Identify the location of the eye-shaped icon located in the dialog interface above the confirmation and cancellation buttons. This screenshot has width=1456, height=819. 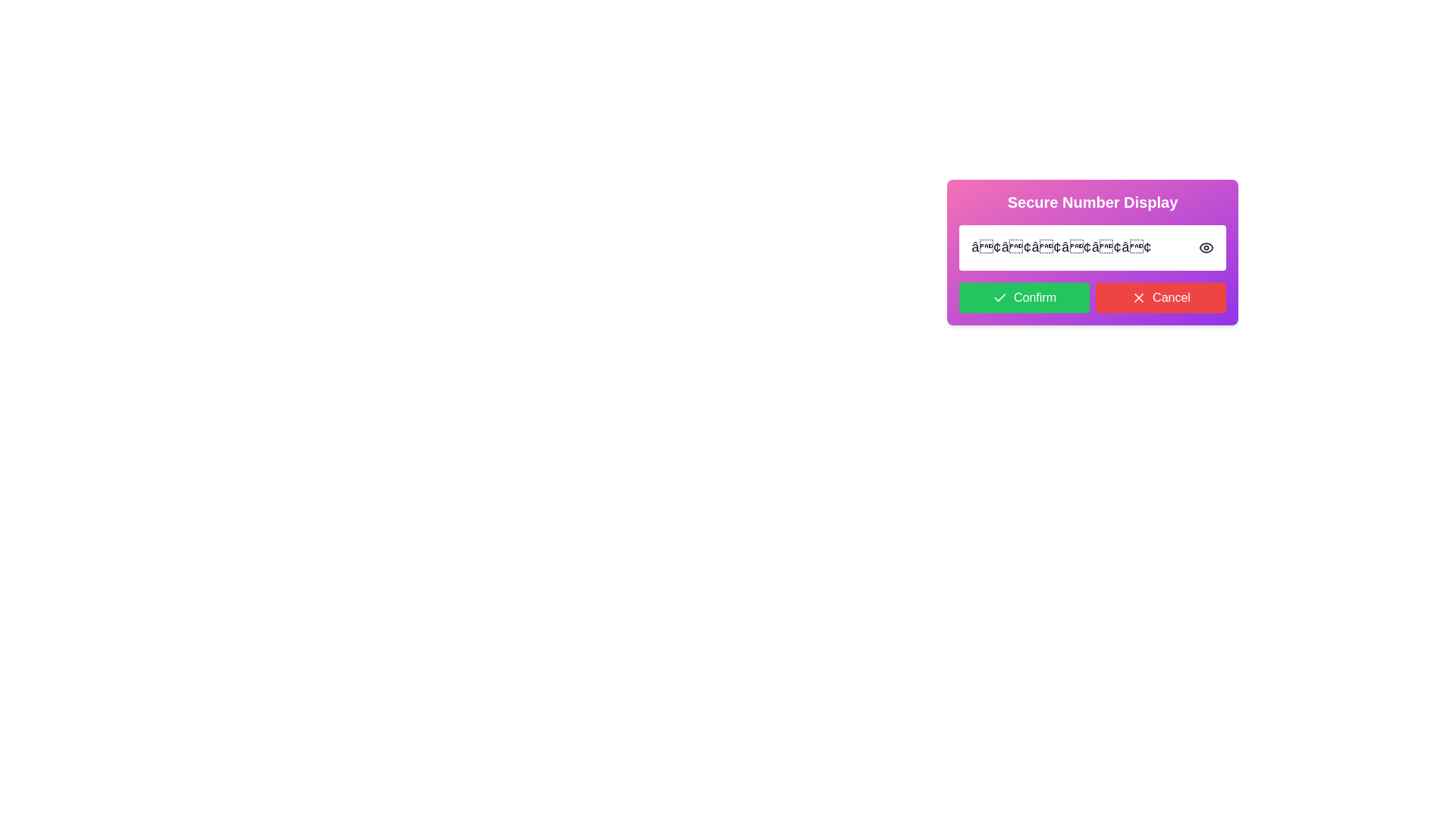
(1205, 247).